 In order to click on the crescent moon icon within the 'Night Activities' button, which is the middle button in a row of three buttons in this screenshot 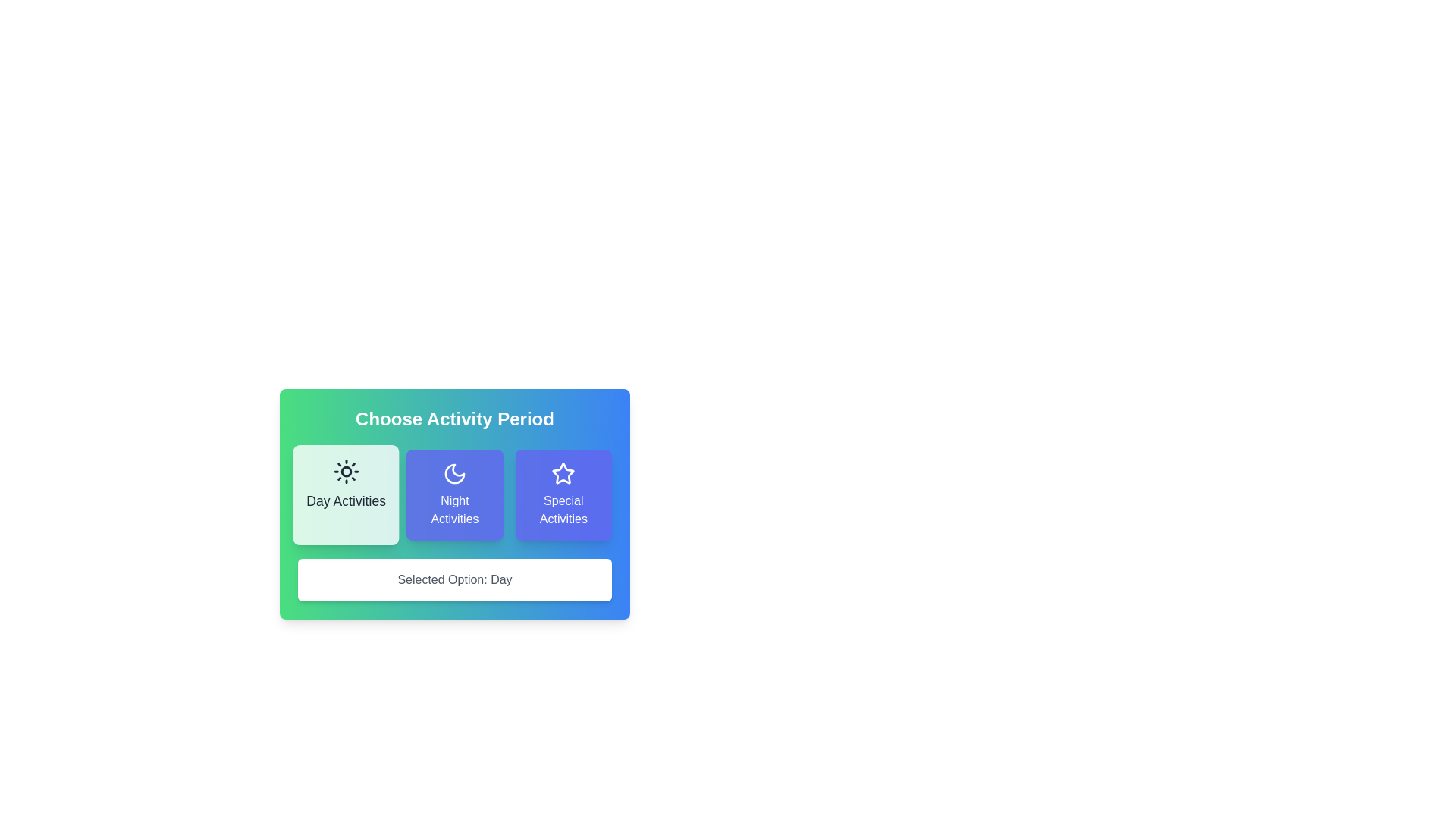, I will do `click(454, 472)`.